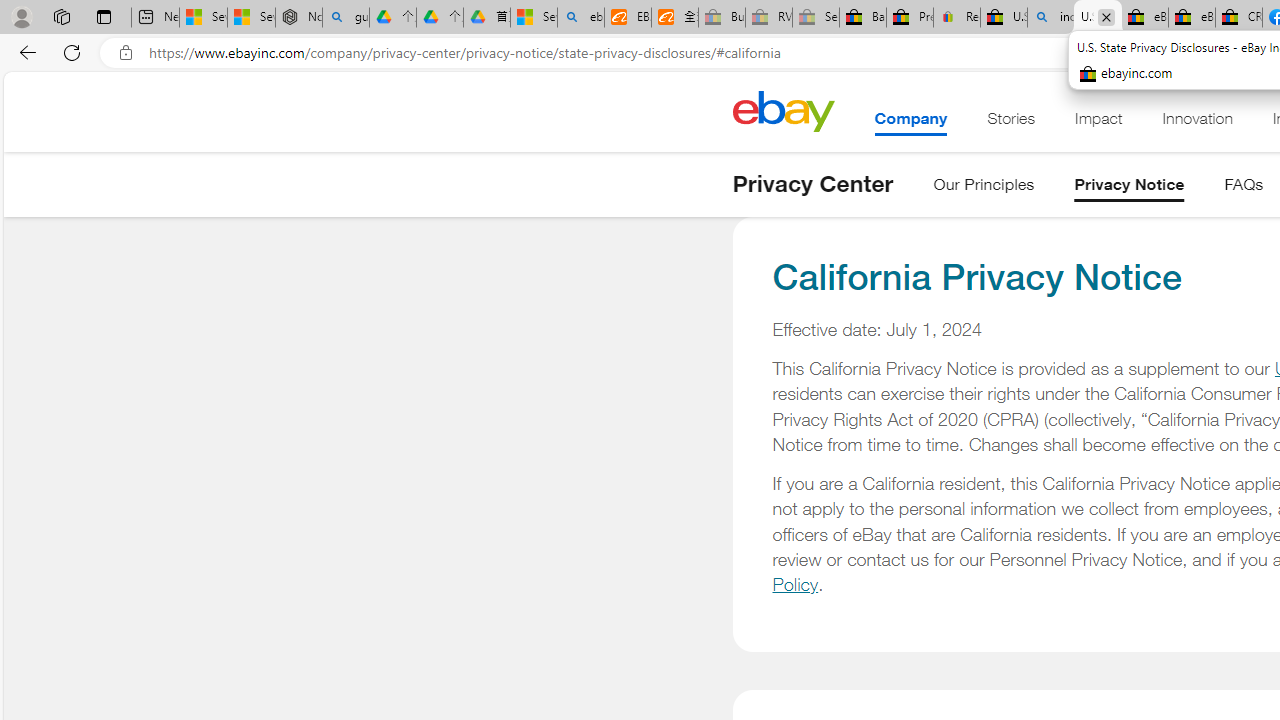 The width and height of the screenshot is (1280, 720). What do you see at coordinates (1049, 17) in the screenshot?
I see `'including - Search'` at bounding box center [1049, 17].